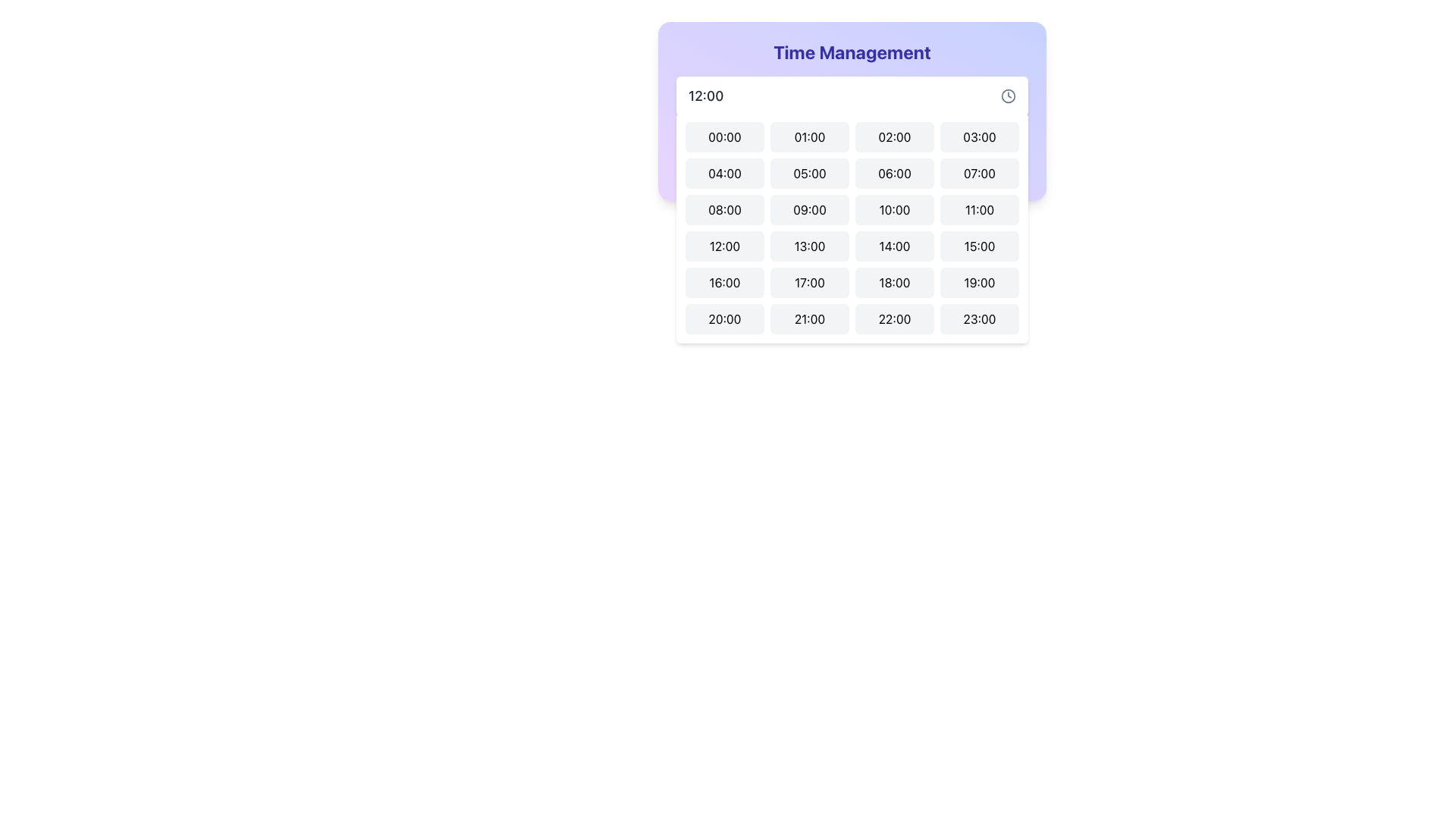  I want to click on the decorative SVG circle that is part of the clock icon located in the top-right corner of the white box area, just below the 'Time Management' heading, so click(1008, 96).